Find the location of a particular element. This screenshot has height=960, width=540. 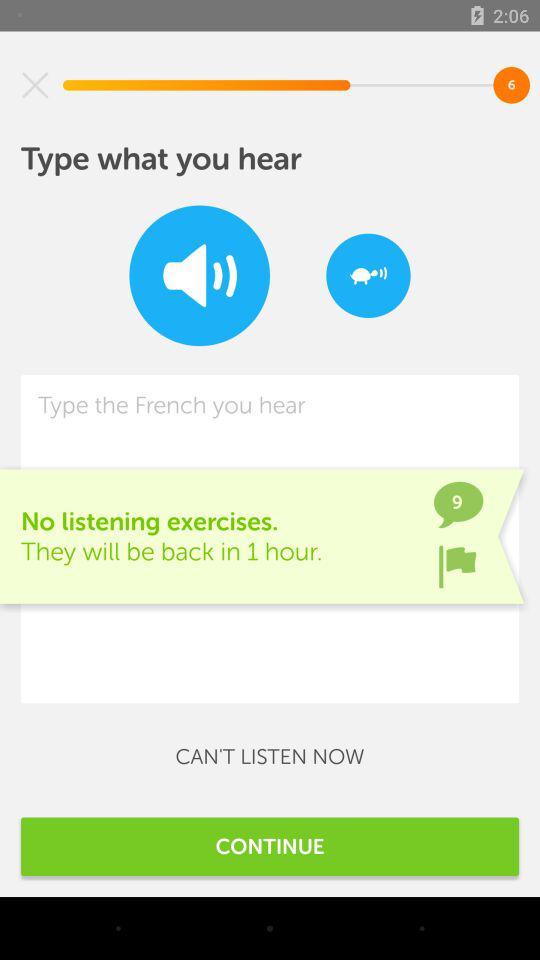

the star icon is located at coordinates (35, 85).